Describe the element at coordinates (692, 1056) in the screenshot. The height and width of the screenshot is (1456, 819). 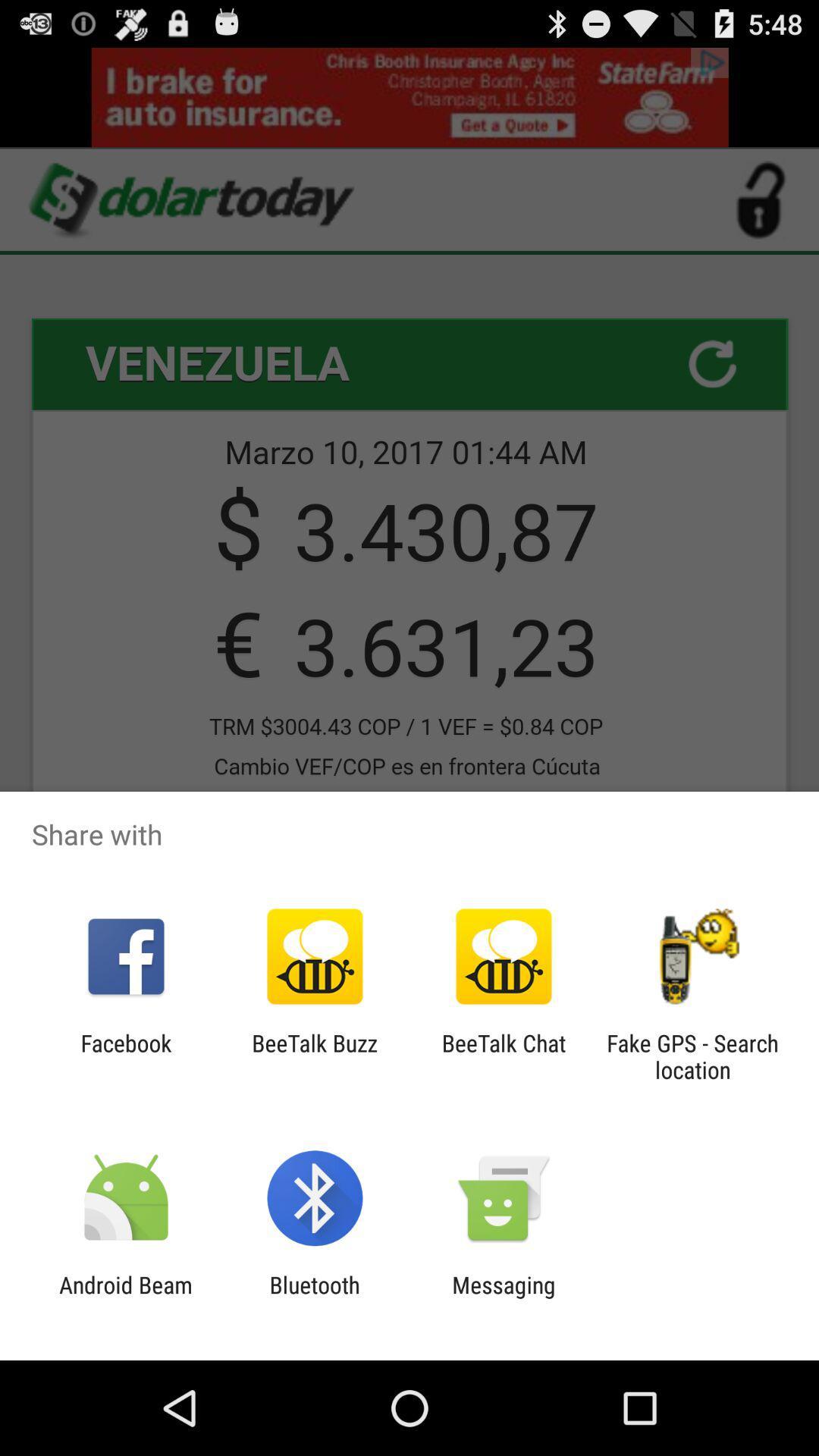
I see `fake gps search icon` at that location.